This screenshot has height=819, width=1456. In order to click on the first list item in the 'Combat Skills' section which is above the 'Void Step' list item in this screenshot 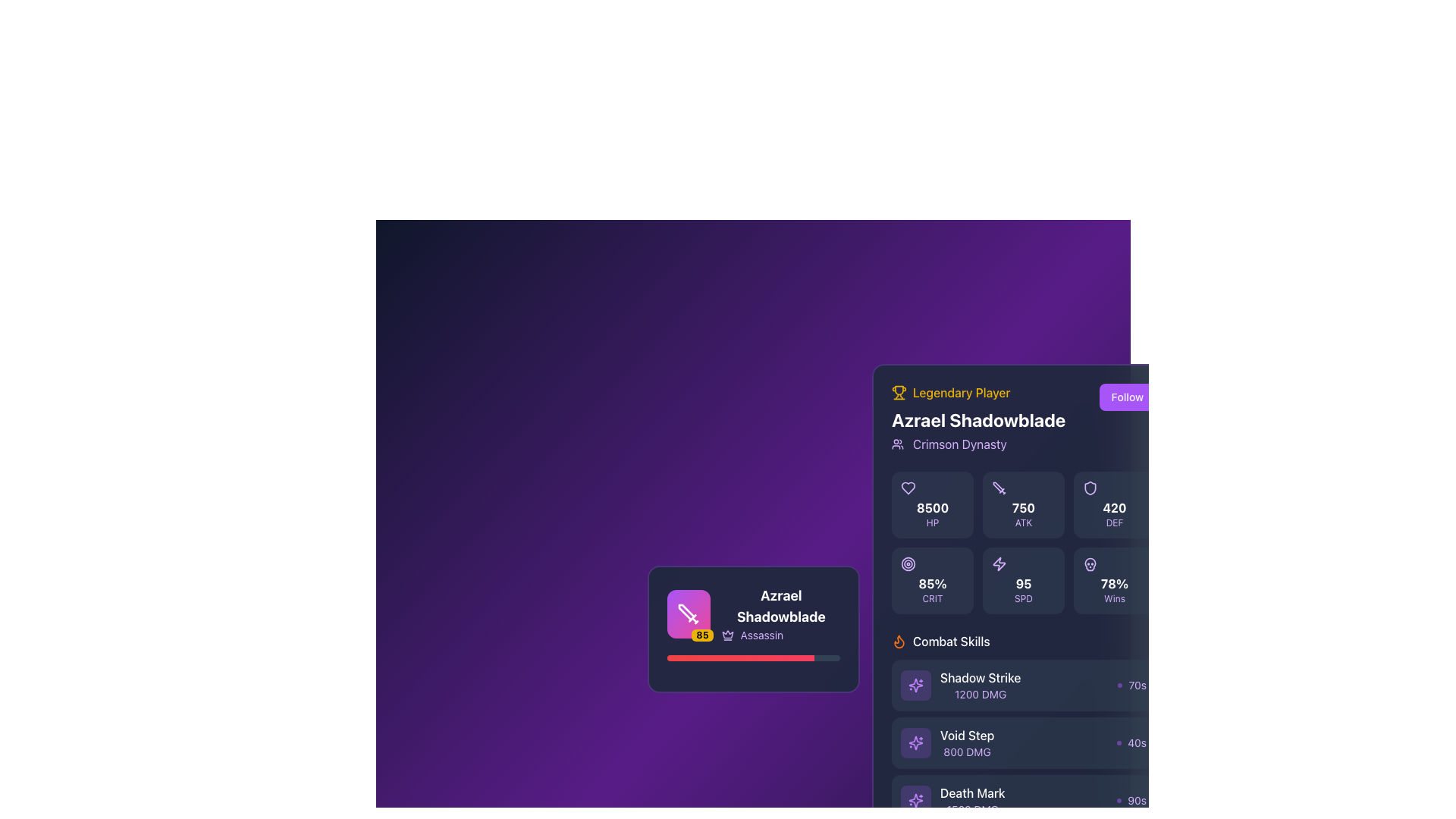, I will do `click(959, 685)`.